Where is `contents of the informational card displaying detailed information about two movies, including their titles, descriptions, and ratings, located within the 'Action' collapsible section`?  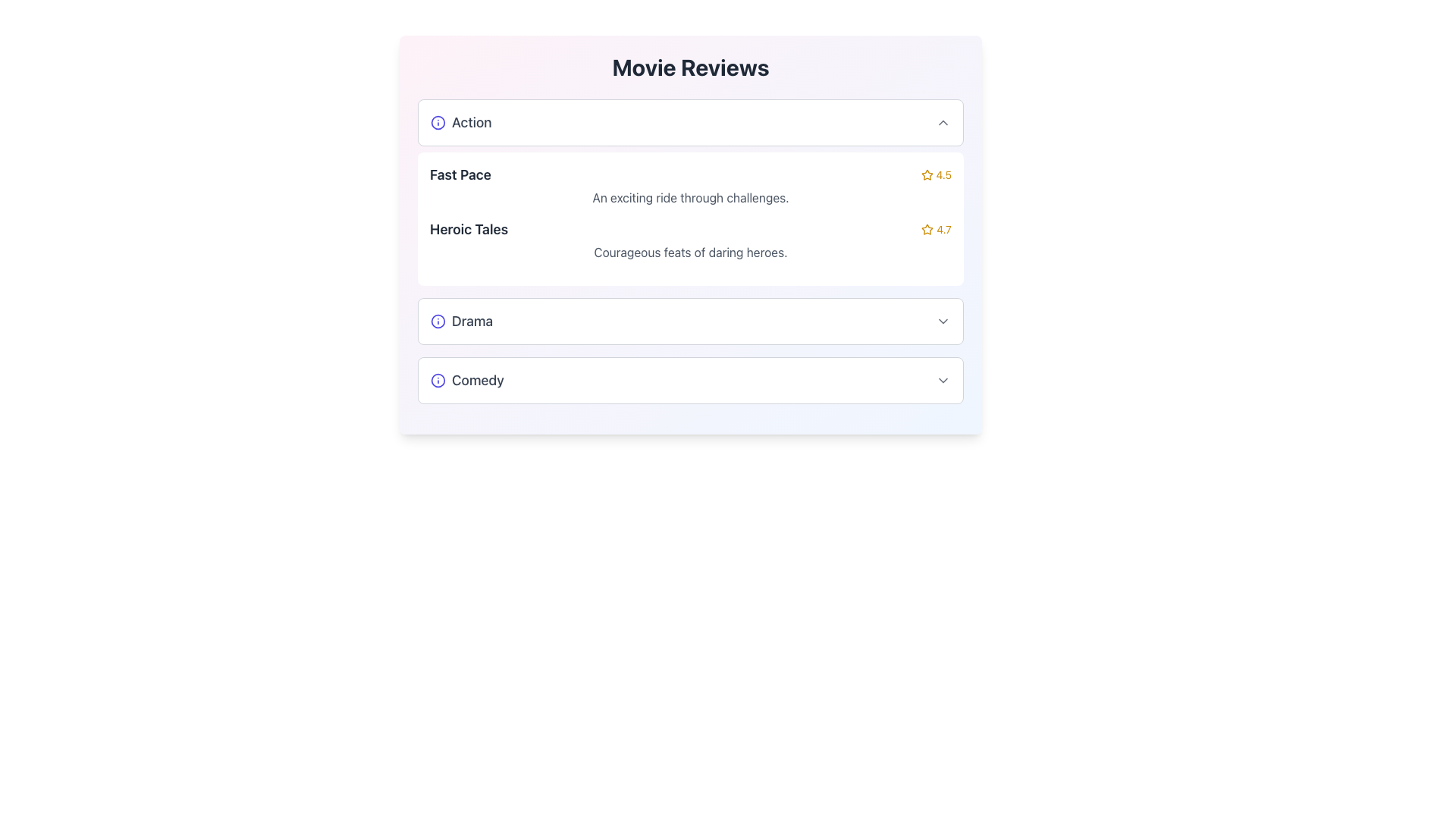 contents of the informational card displaying detailed information about two movies, including their titles, descriptions, and ratings, located within the 'Action' collapsible section is located at coordinates (690, 219).